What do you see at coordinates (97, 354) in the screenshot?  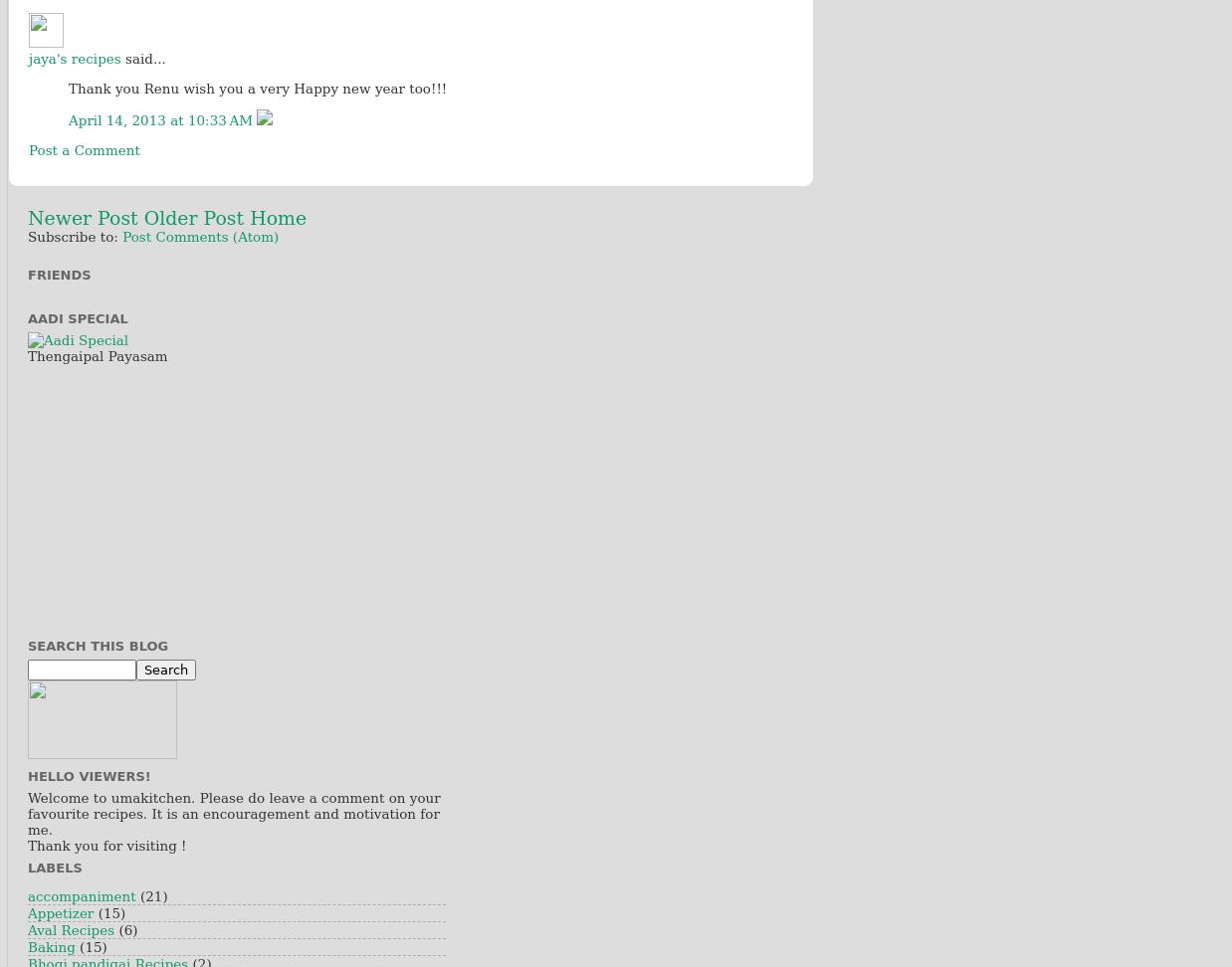 I see `'Thengaipal Payasam'` at bounding box center [97, 354].